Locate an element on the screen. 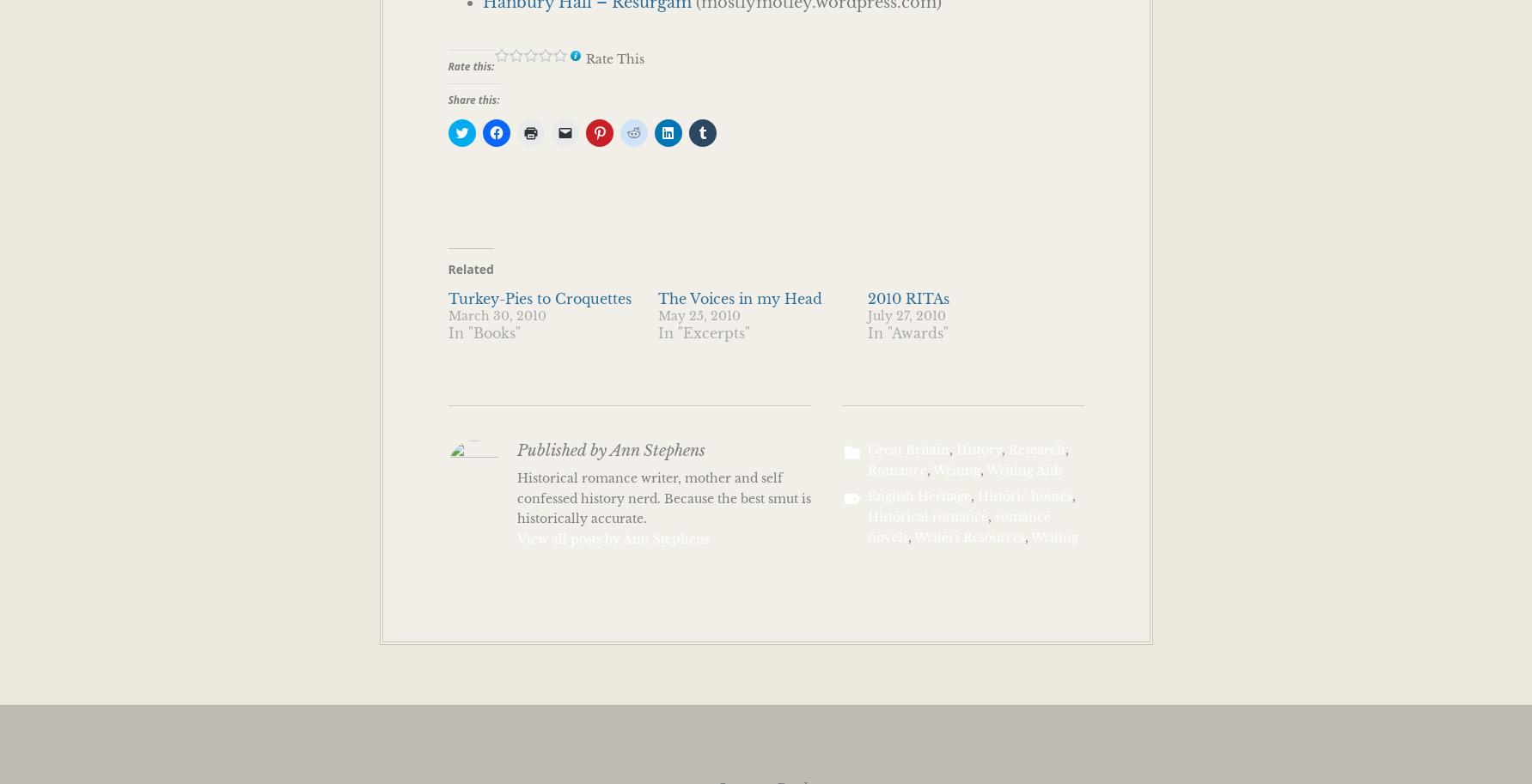  'Great Britain' is located at coordinates (907, 448).